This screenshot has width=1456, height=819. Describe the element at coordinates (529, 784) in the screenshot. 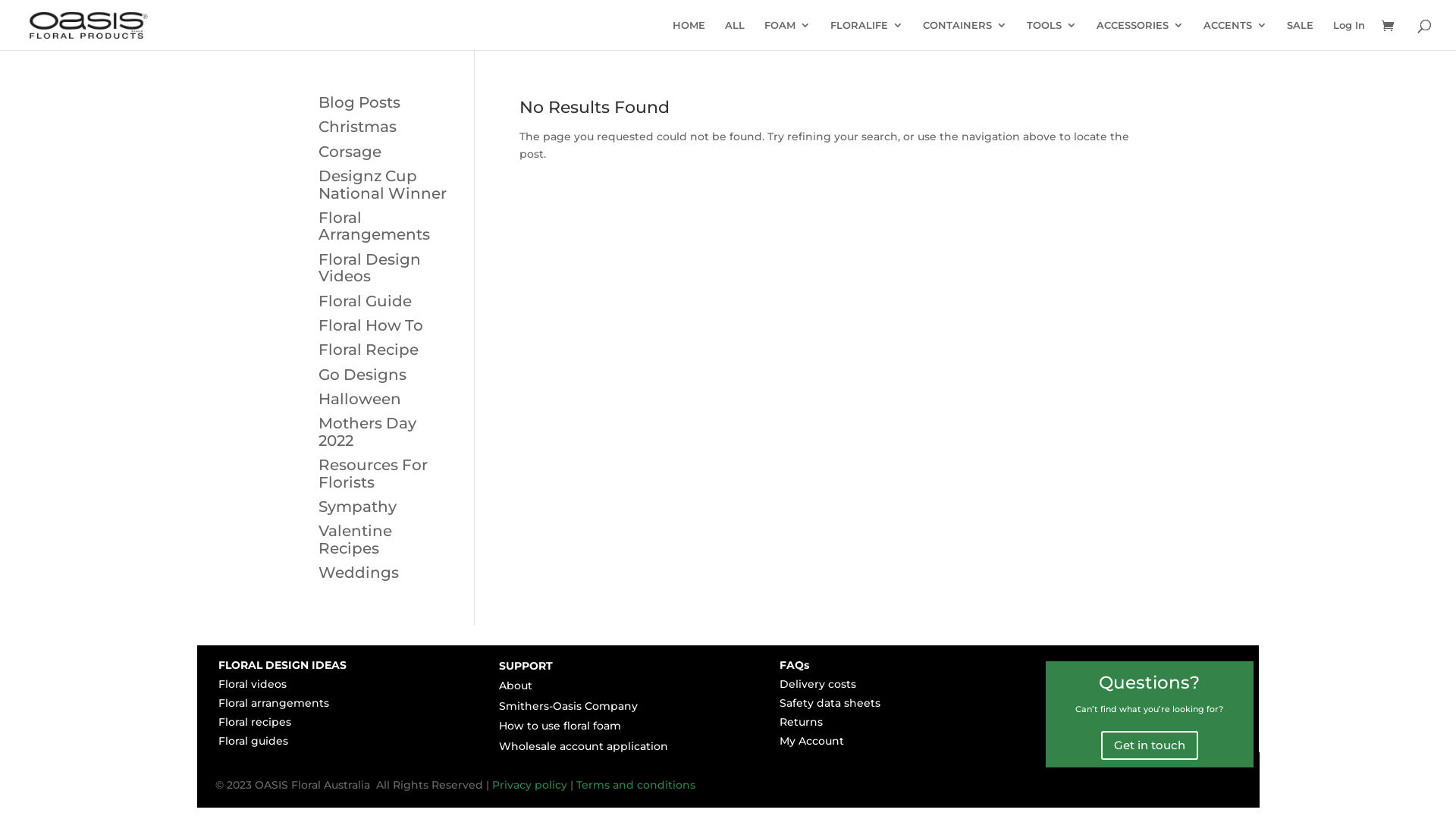

I see `'Privacy policy'` at that location.